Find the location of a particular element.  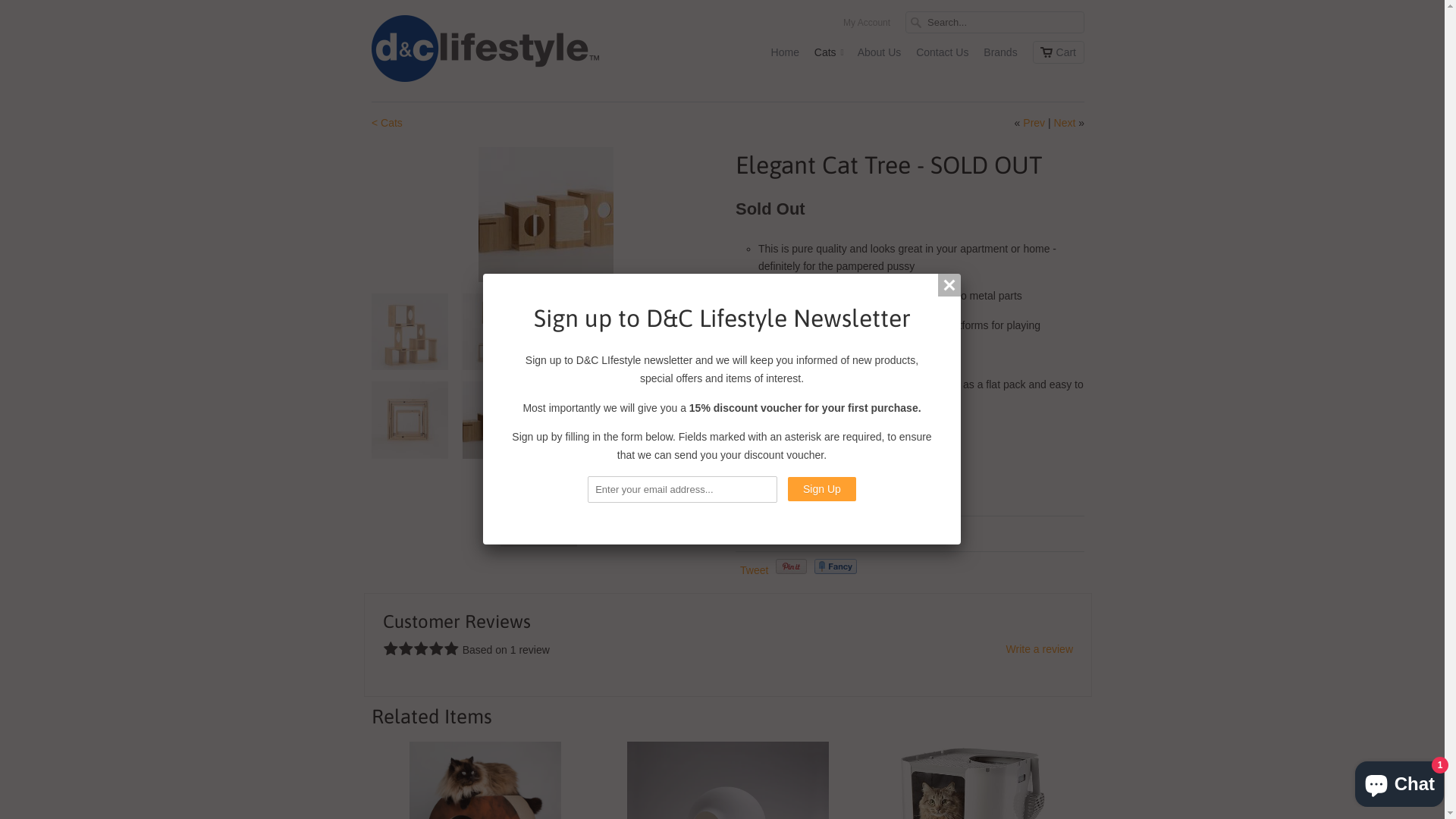

'My Account' is located at coordinates (866, 26).